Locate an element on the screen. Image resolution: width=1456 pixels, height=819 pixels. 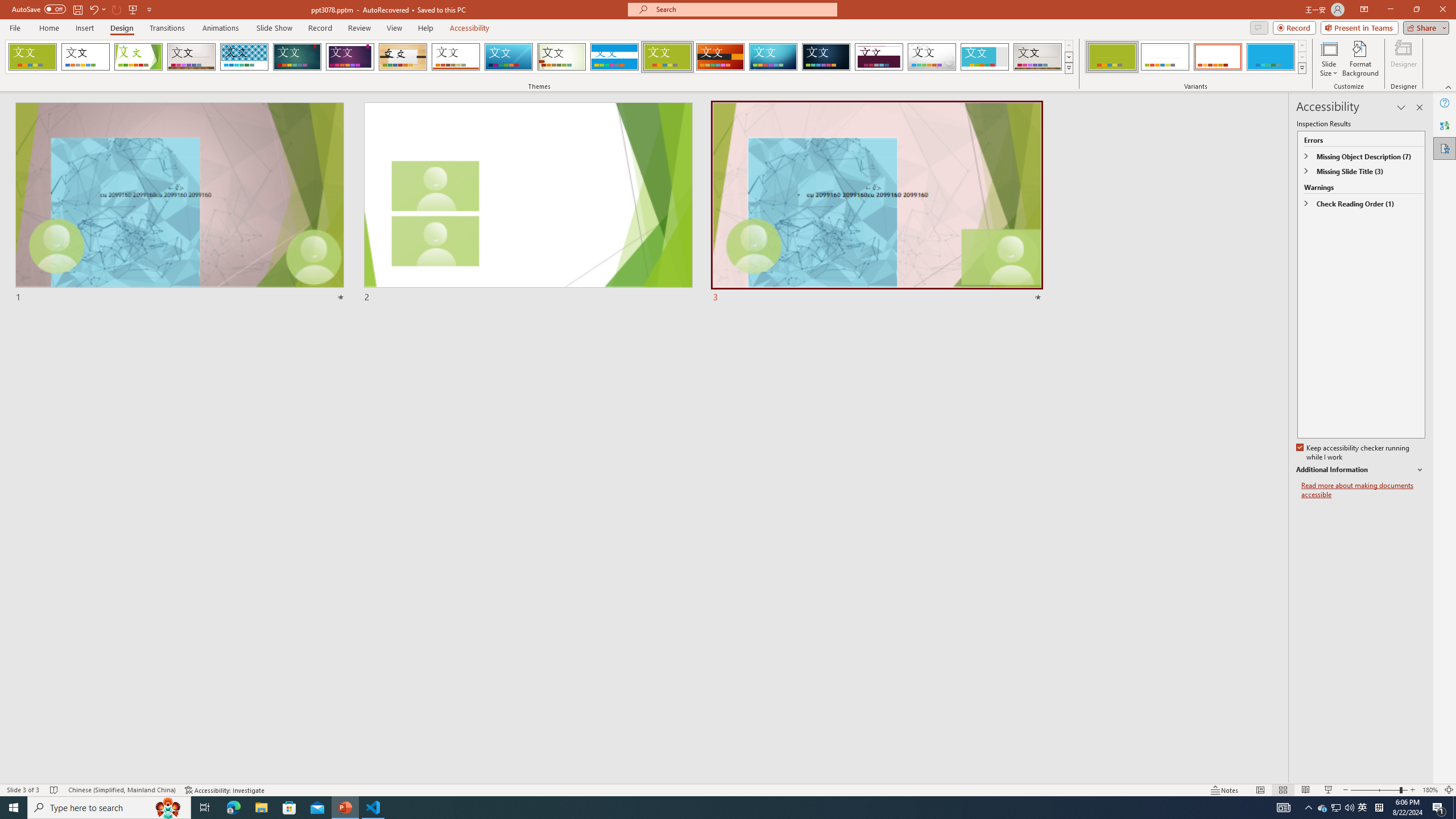
'Facet' is located at coordinates (138, 56).